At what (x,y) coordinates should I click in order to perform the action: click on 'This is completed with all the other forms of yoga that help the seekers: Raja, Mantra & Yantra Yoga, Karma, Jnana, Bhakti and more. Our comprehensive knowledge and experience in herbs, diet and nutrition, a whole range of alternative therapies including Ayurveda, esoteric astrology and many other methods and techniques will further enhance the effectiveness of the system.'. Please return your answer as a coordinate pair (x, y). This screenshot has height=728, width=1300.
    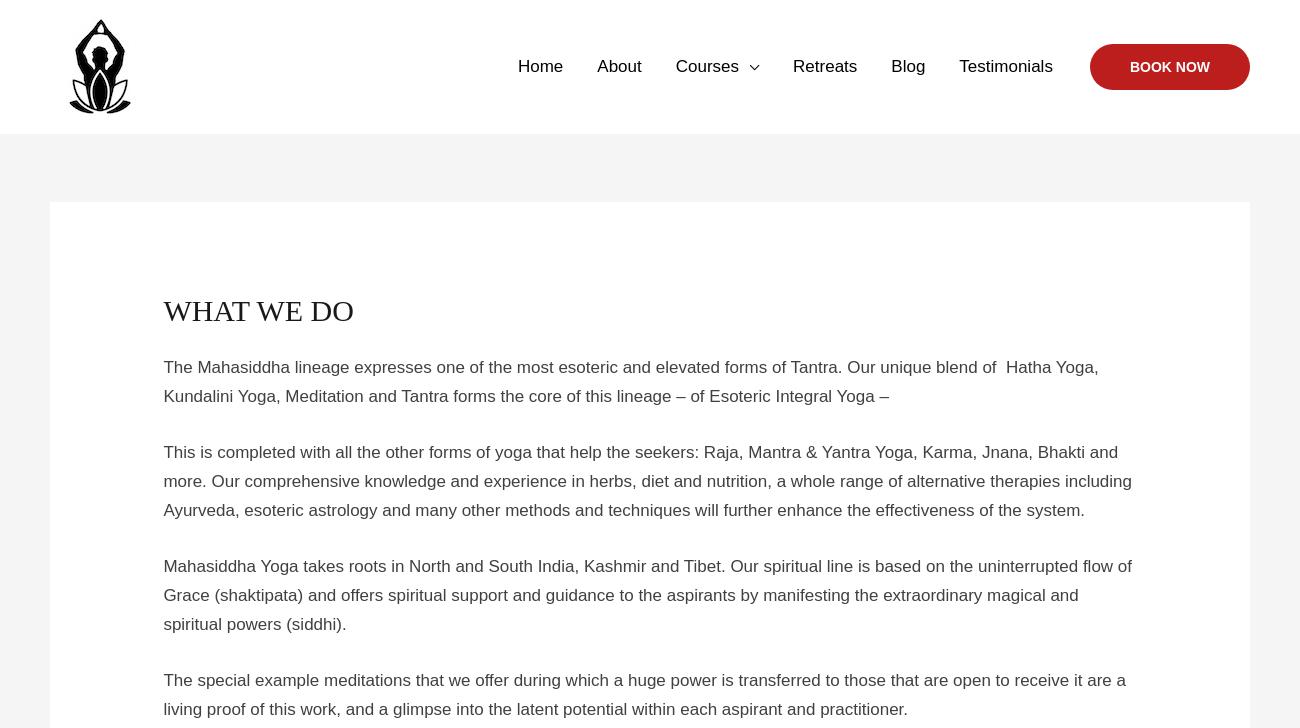
    Looking at the image, I should click on (647, 481).